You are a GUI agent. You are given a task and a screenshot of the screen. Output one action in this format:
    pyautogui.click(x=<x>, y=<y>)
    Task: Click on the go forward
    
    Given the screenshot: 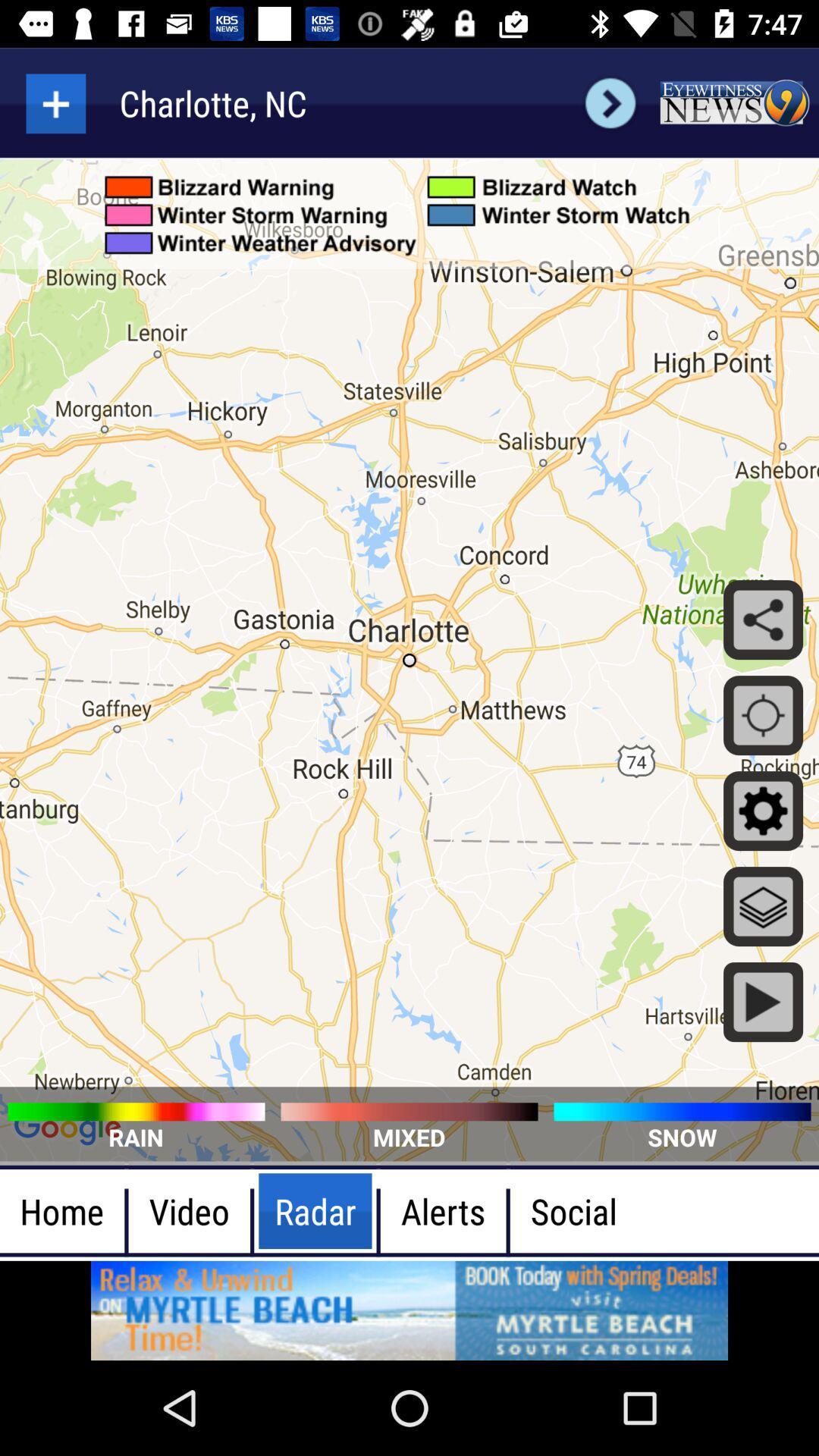 What is the action you would take?
    pyautogui.click(x=610, y=102)
    